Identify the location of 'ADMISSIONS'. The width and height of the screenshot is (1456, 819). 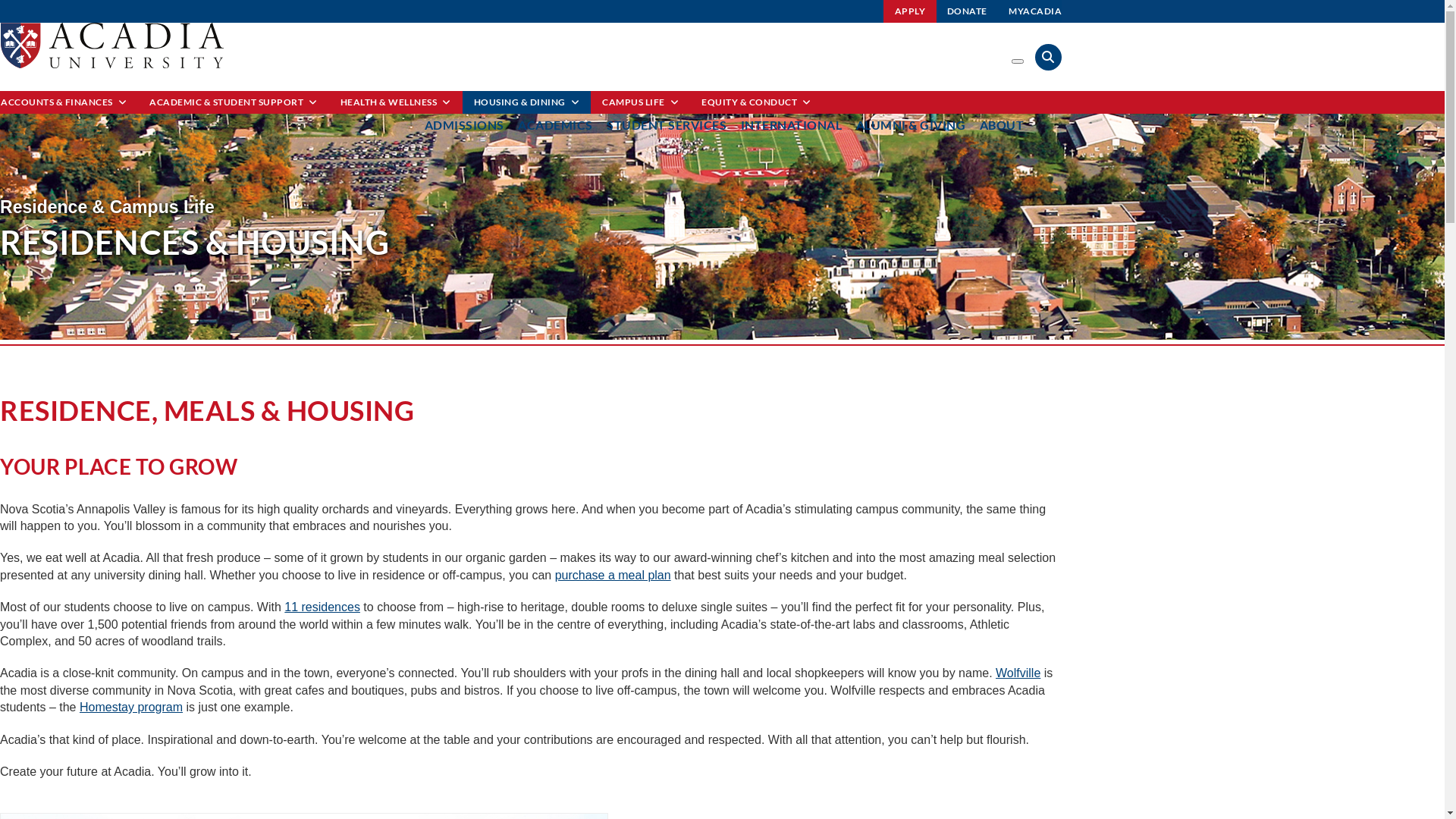
(463, 124).